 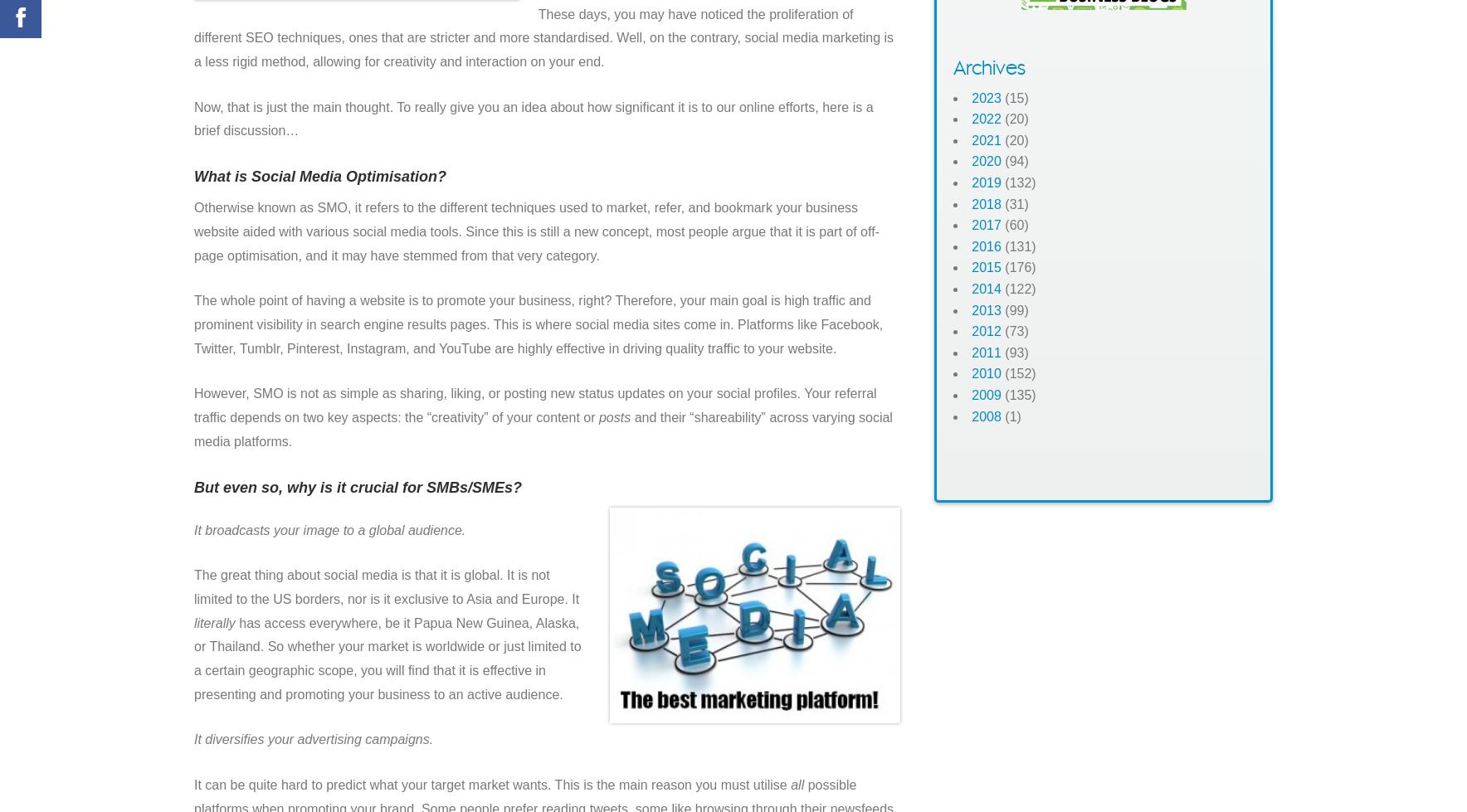 I want to click on '2012', so click(x=986, y=331).